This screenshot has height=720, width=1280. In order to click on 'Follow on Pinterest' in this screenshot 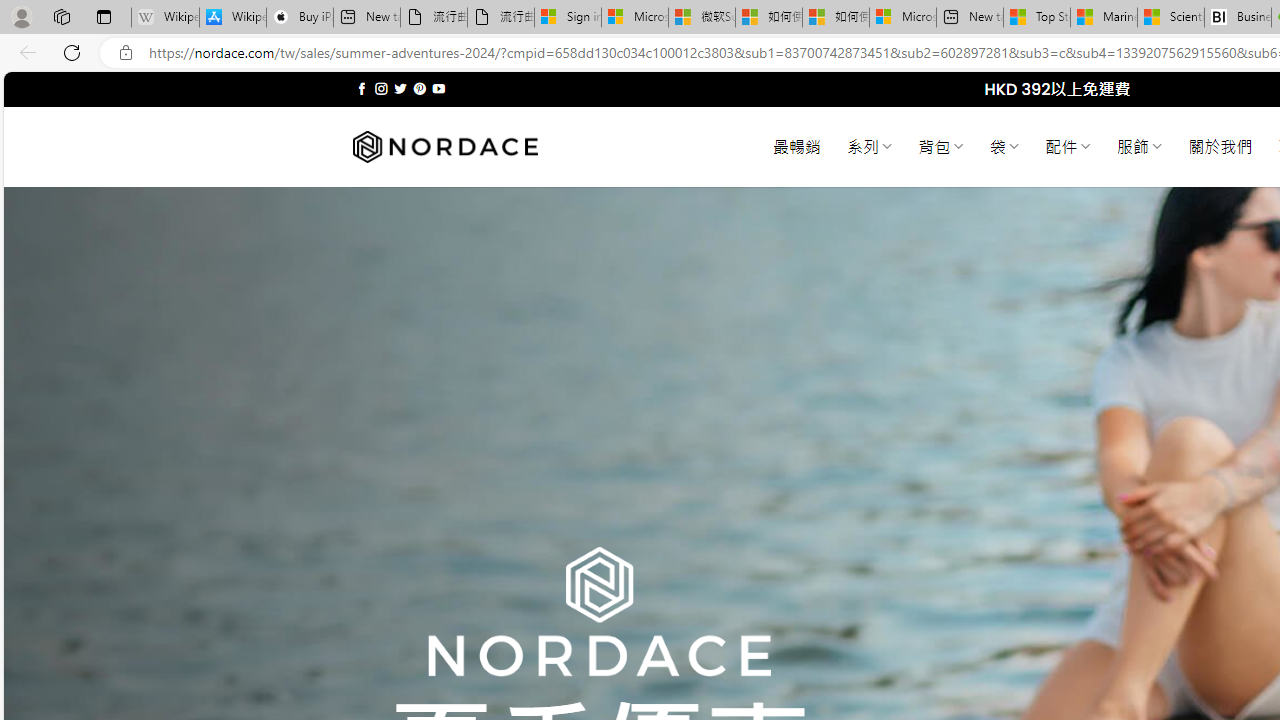, I will do `click(418, 88)`.